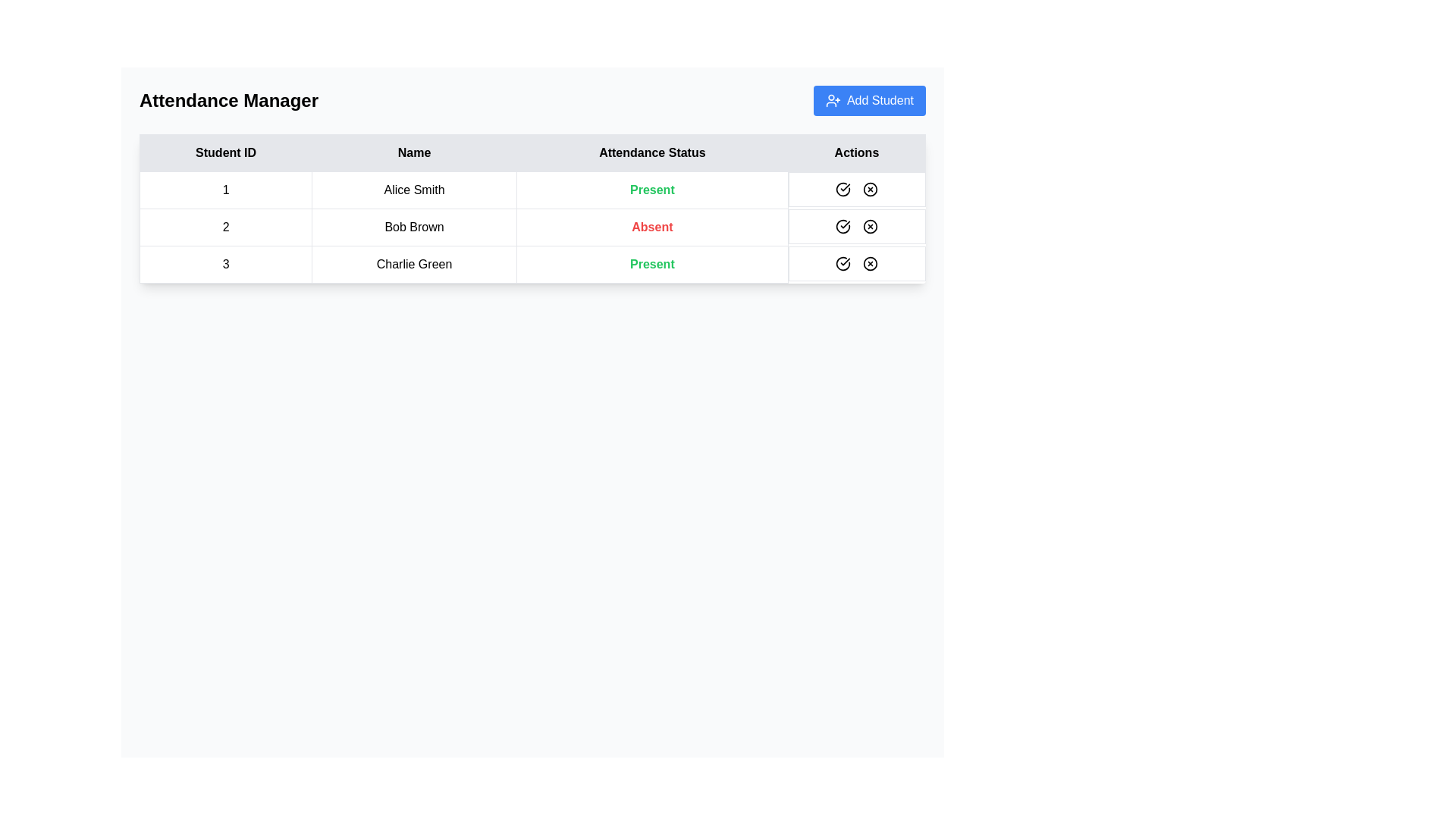 This screenshot has height=819, width=1456. What do you see at coordinates (225, 152) in the screenshot?
I see `the table header element that serves as the label for the column displaying student identifiers, positioned to the left of other headers` at bounding box center [225, 152].